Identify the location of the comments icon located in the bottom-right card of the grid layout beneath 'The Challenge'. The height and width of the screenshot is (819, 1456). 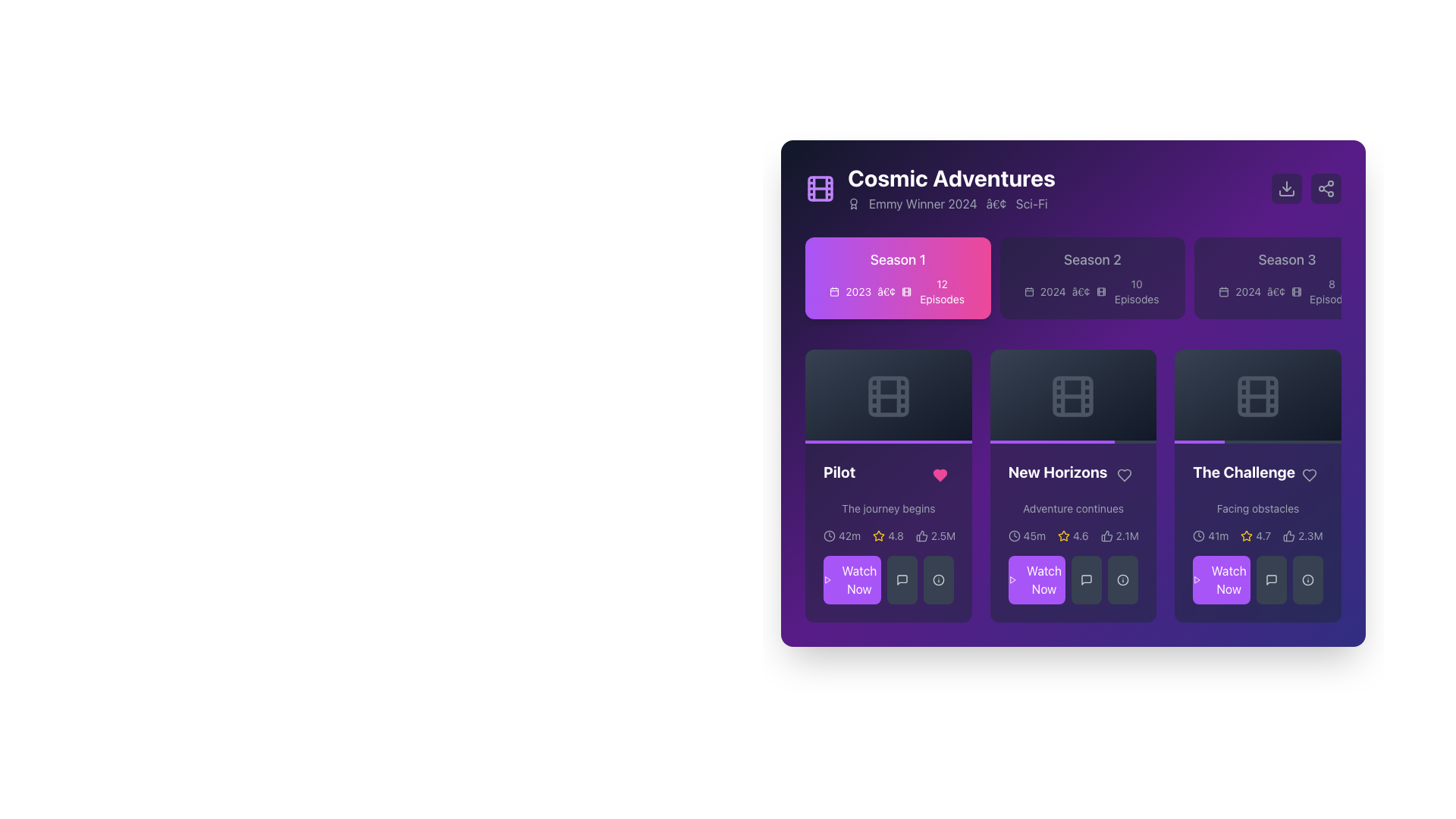
(1271, 579).